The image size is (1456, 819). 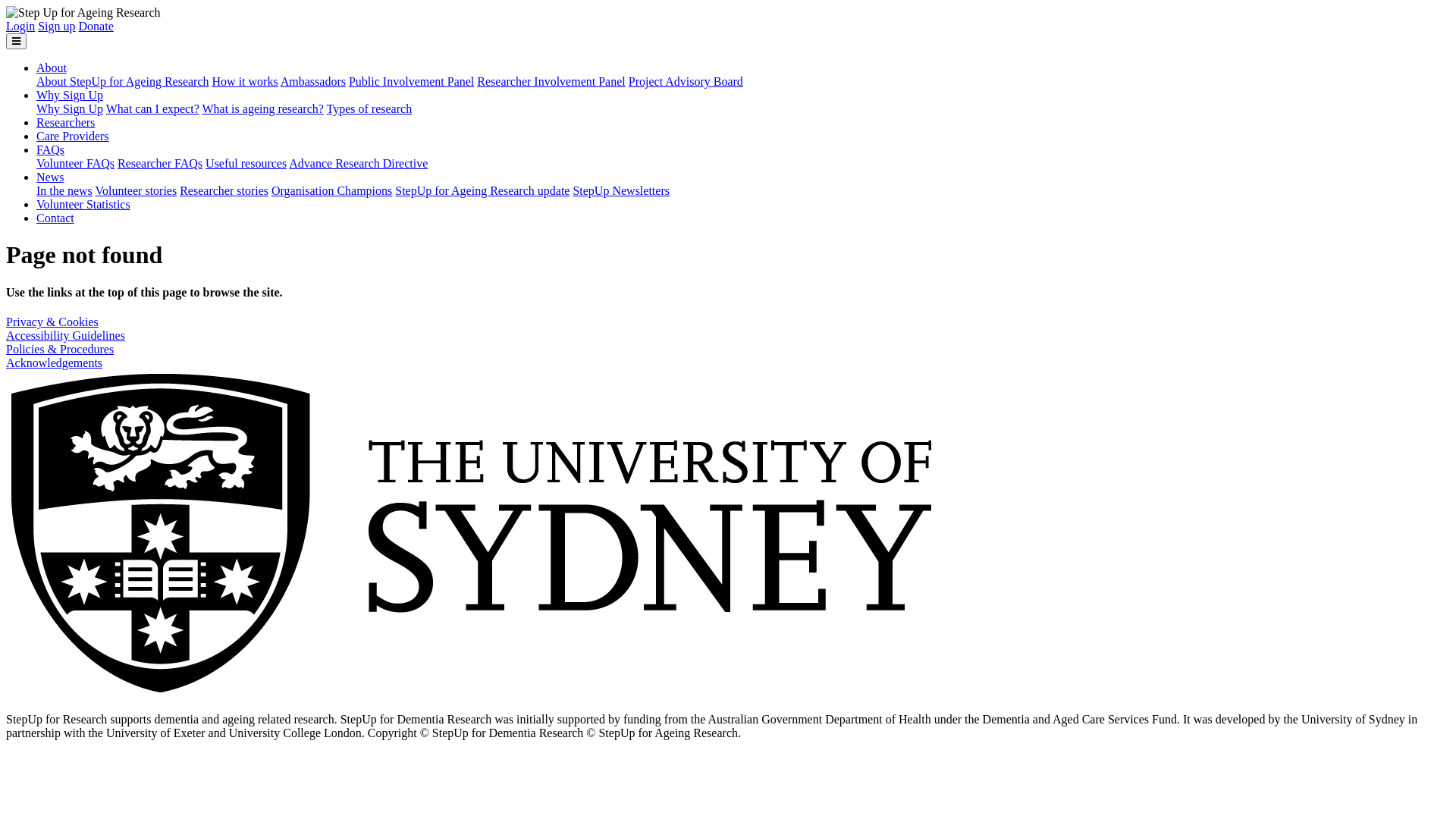 I want to click on 'Researcher FAQs', so click(x=160, y=163).